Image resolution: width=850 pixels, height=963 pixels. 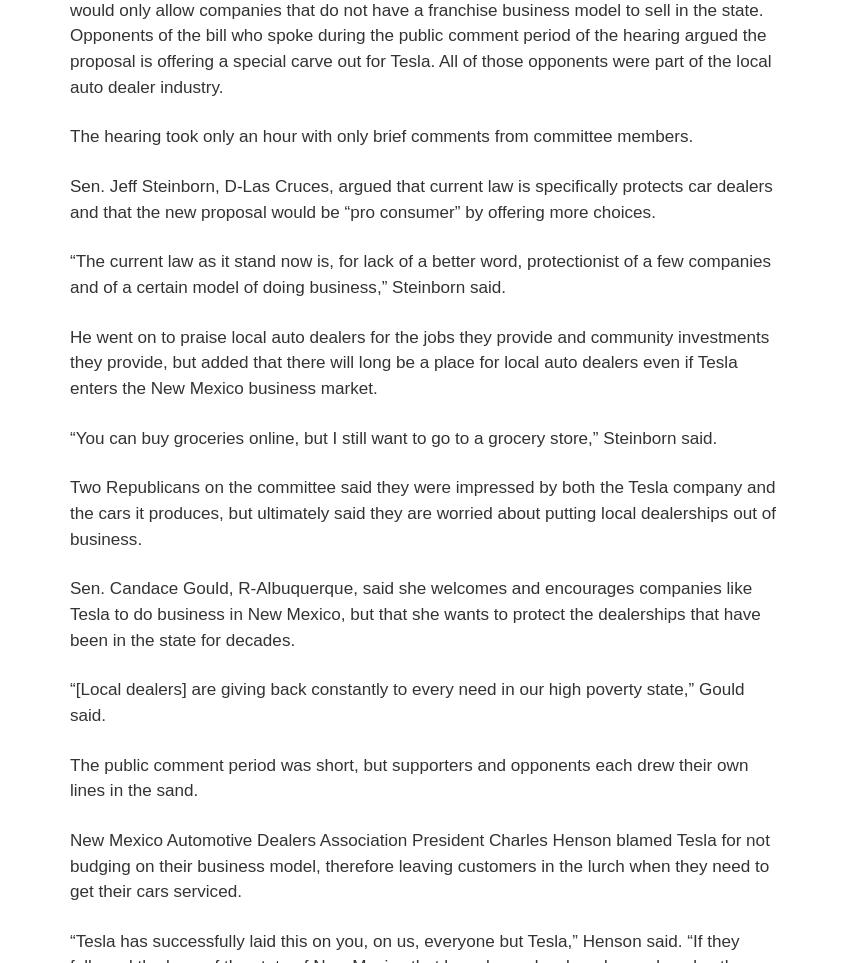 What do you see at coordinates (422, 512) in the screenshot?
I see `'Two Republicans on the committee said they were impressed by both the Tesla company and the cars it produces, but ultimately said they are worried about putting local dealerships out of business.'` at bounding box center [422, 512].